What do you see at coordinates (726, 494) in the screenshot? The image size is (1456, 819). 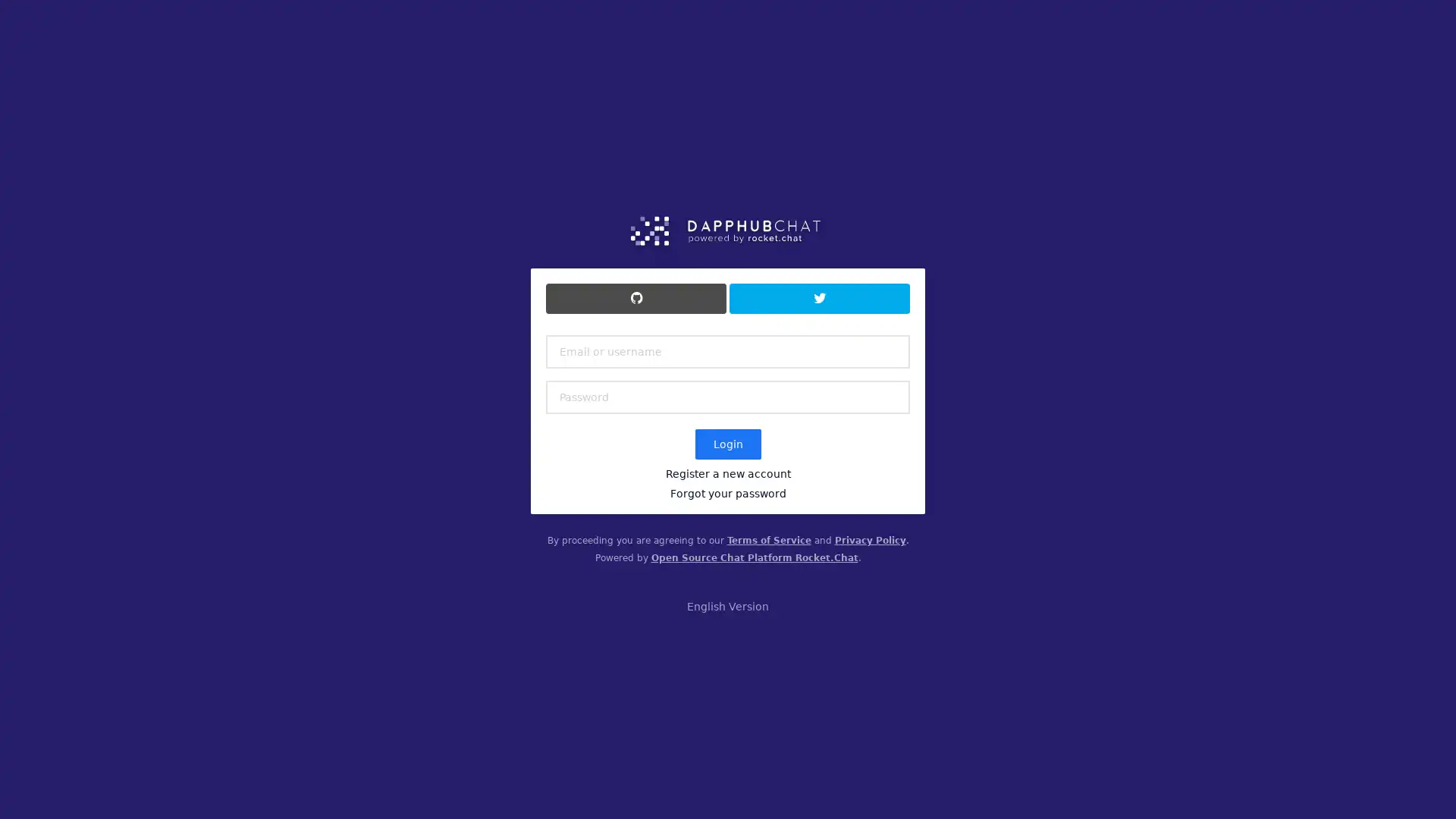 I see `Forgot your password` at bounding box center [726, 494].